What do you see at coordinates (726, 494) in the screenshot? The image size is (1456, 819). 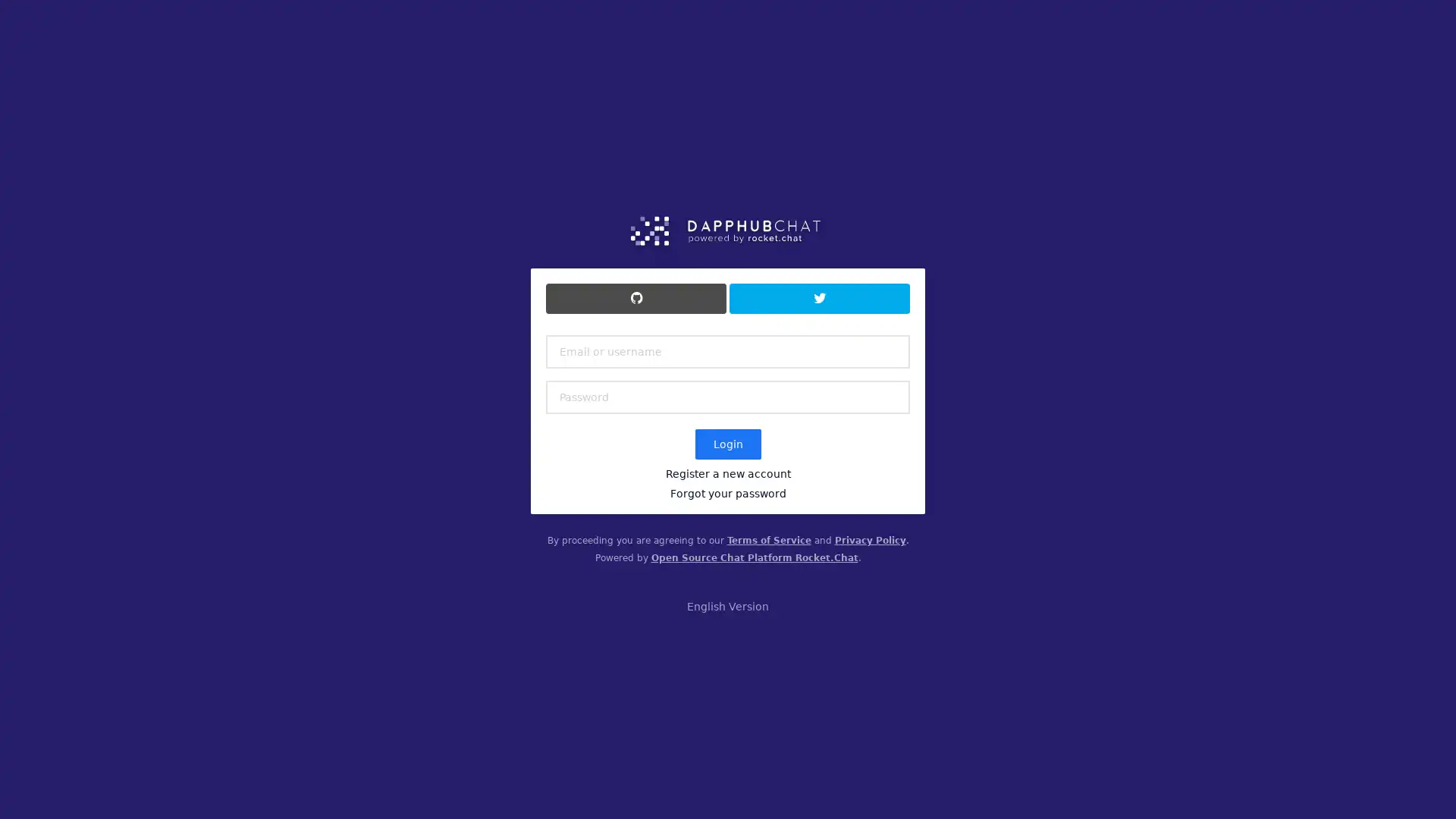 I see `Forgot your password` at bounding box center [726, 494].